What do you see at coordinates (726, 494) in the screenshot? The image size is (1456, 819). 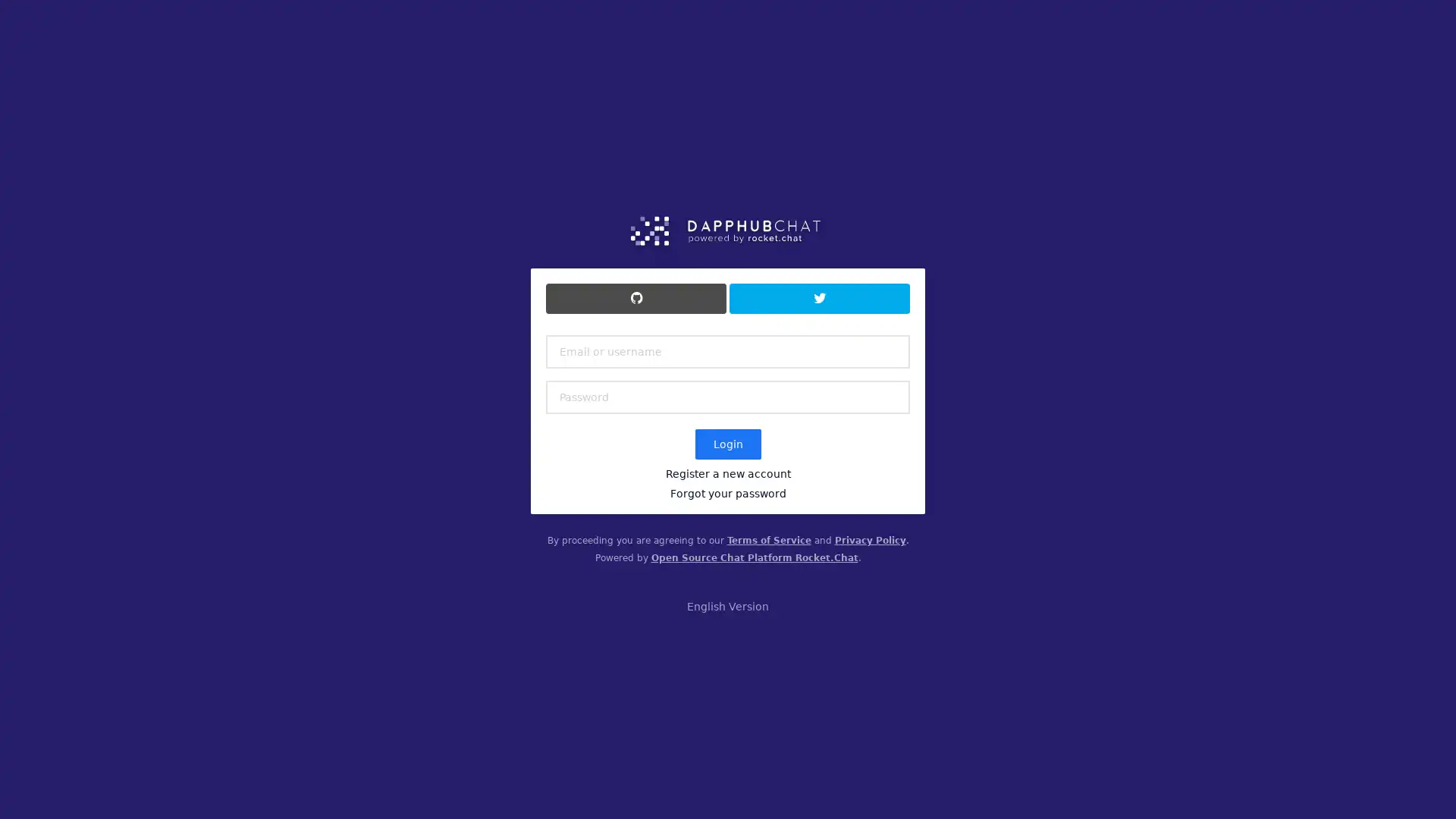 I see `Forgot your password` at bounding box center [726, 494].